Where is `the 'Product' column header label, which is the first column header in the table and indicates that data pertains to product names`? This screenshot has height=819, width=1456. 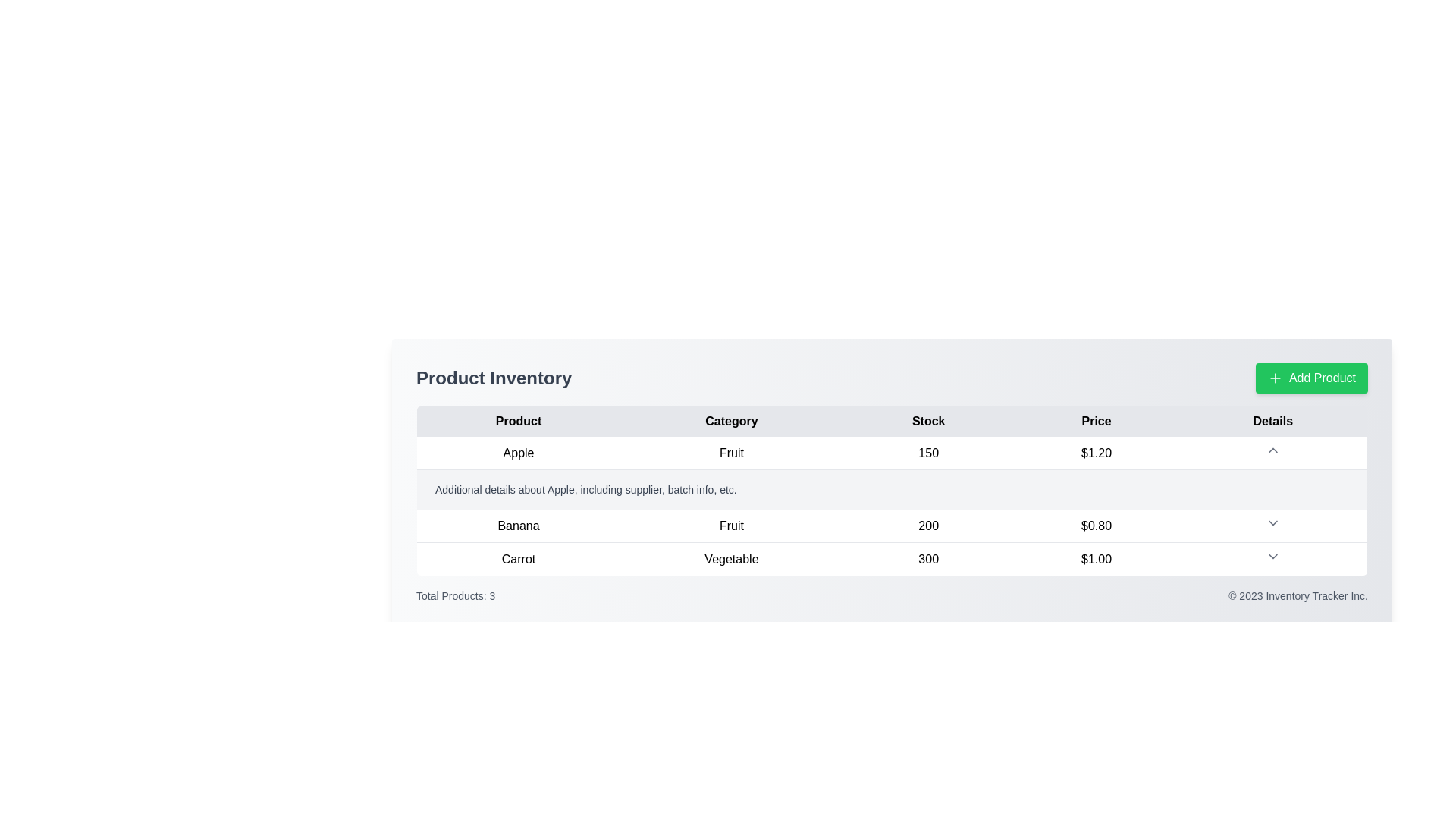 the 'Product' column header label, which is the first column header in the table and indicates that data pertains to product names is located at coordinates (518, 421).